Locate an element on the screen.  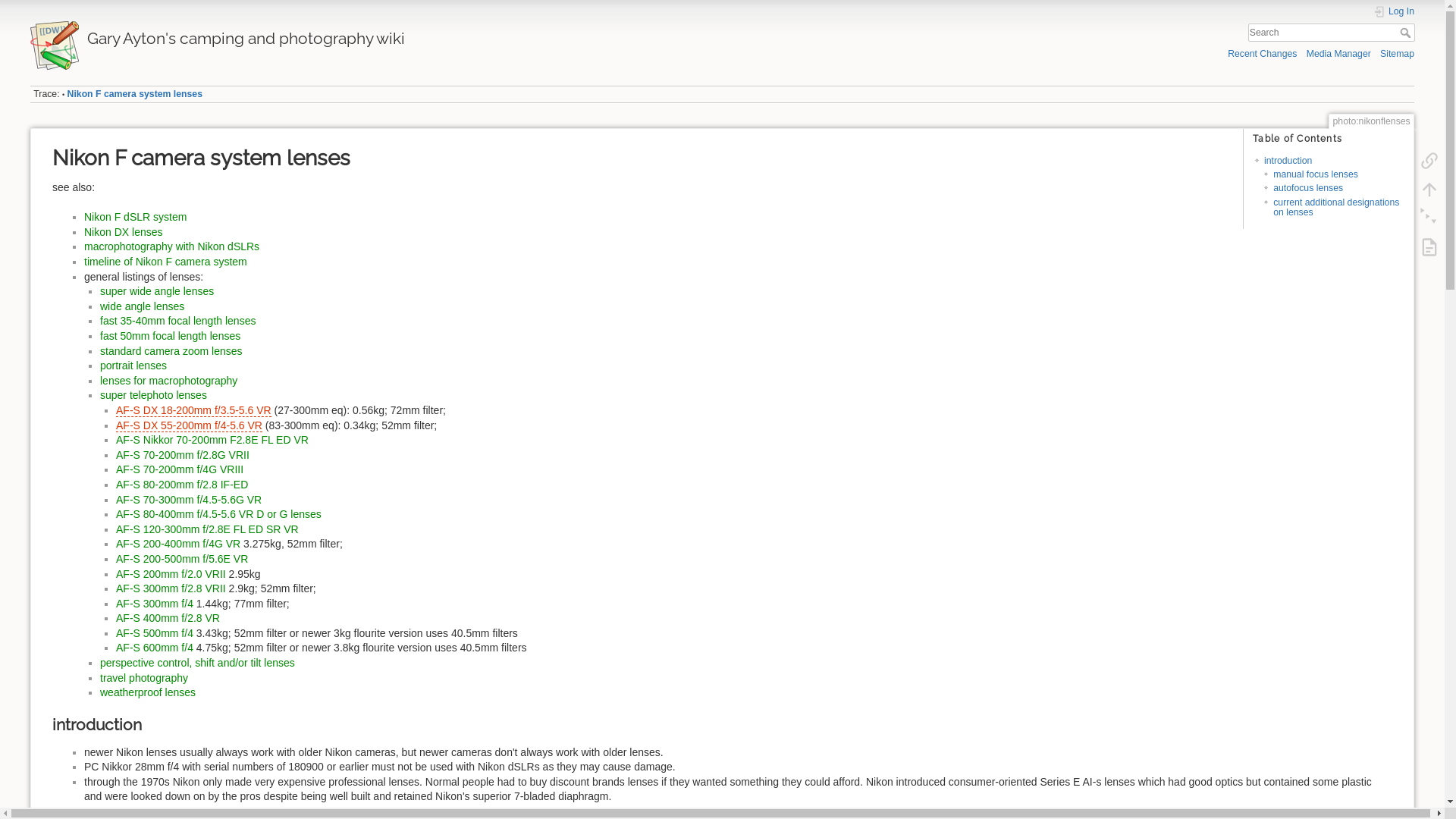
'AF-S 300mm f/4' is located at coordinates (154, 602).